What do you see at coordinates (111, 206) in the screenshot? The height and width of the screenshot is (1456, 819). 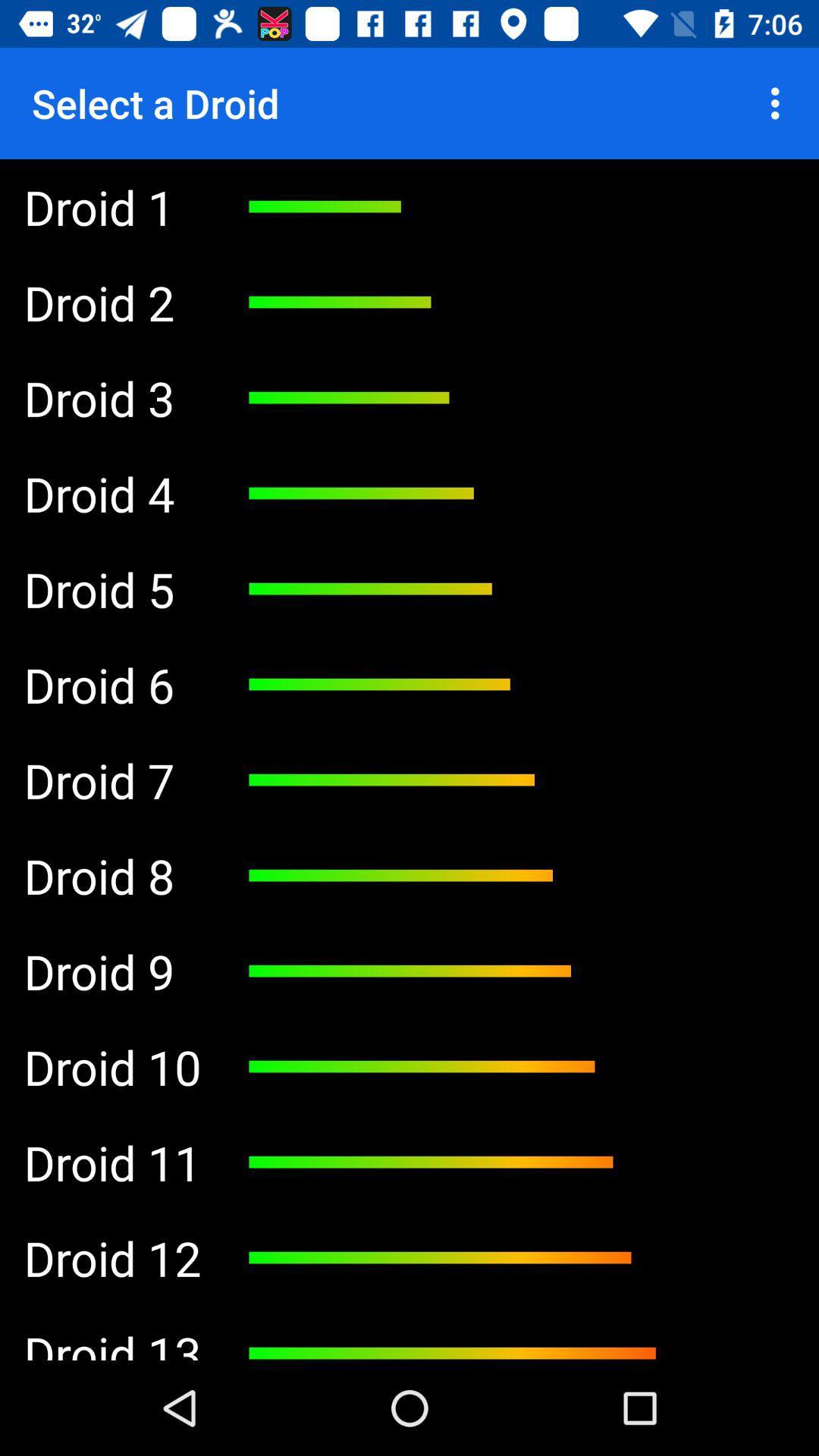 I see `the droid 1 item` at bounding box center [111, 206].